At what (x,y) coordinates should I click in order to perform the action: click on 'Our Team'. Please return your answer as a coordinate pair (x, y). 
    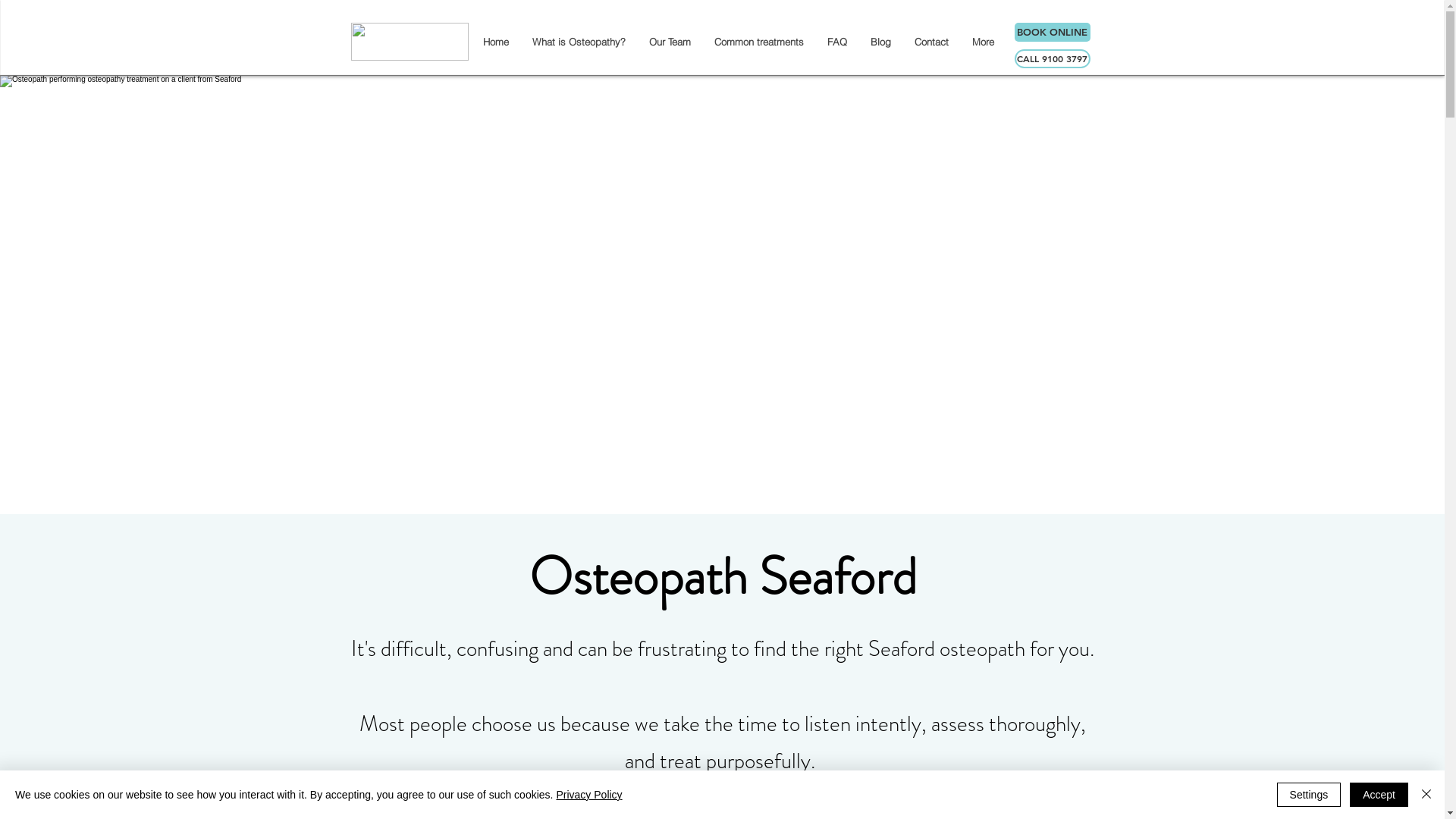
    Looking at the image, I should click on (669, 40).